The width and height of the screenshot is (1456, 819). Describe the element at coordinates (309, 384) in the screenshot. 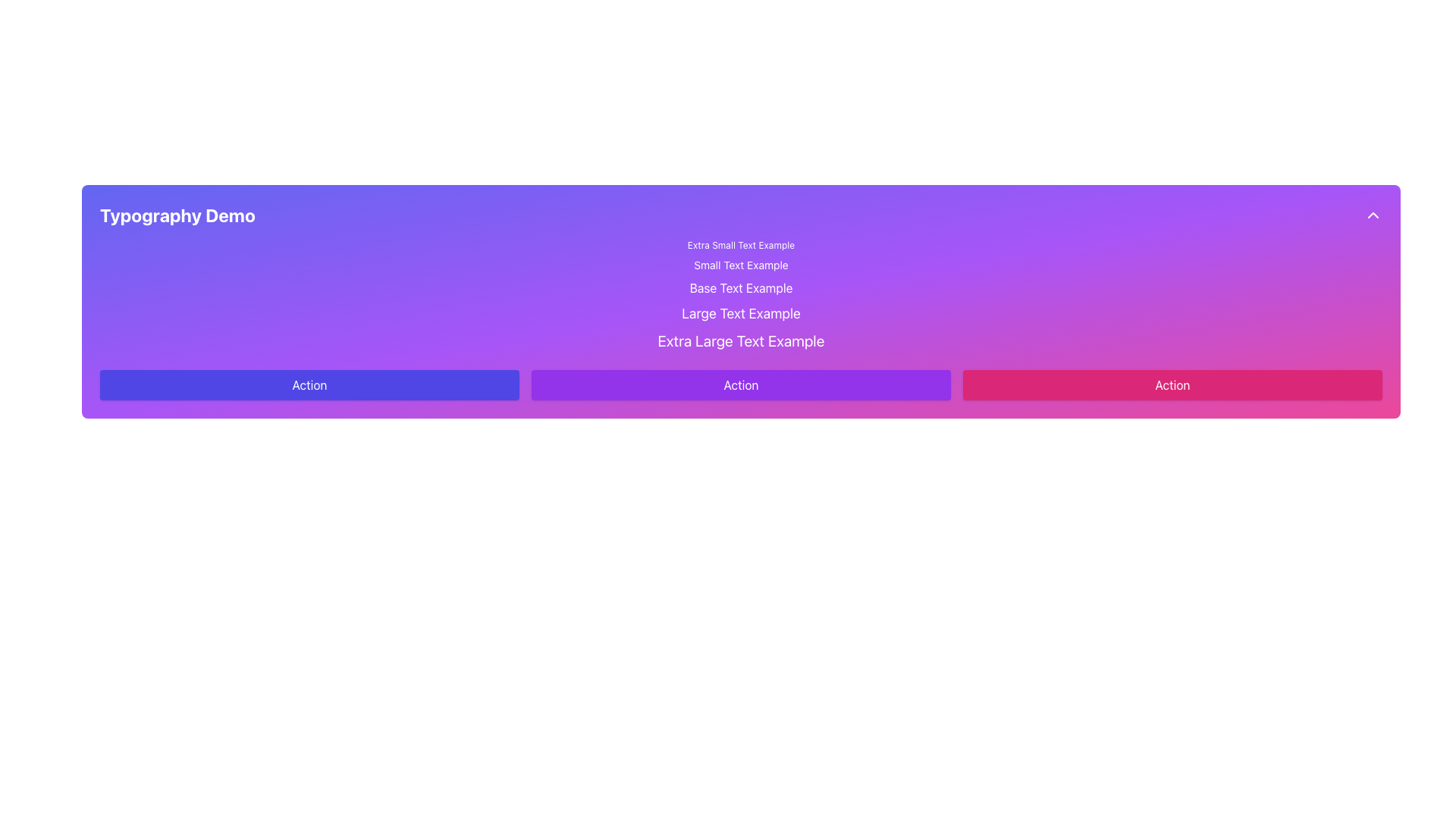

I see `the leftmost button labeled 'Action' with a deep indigo background` at that location.